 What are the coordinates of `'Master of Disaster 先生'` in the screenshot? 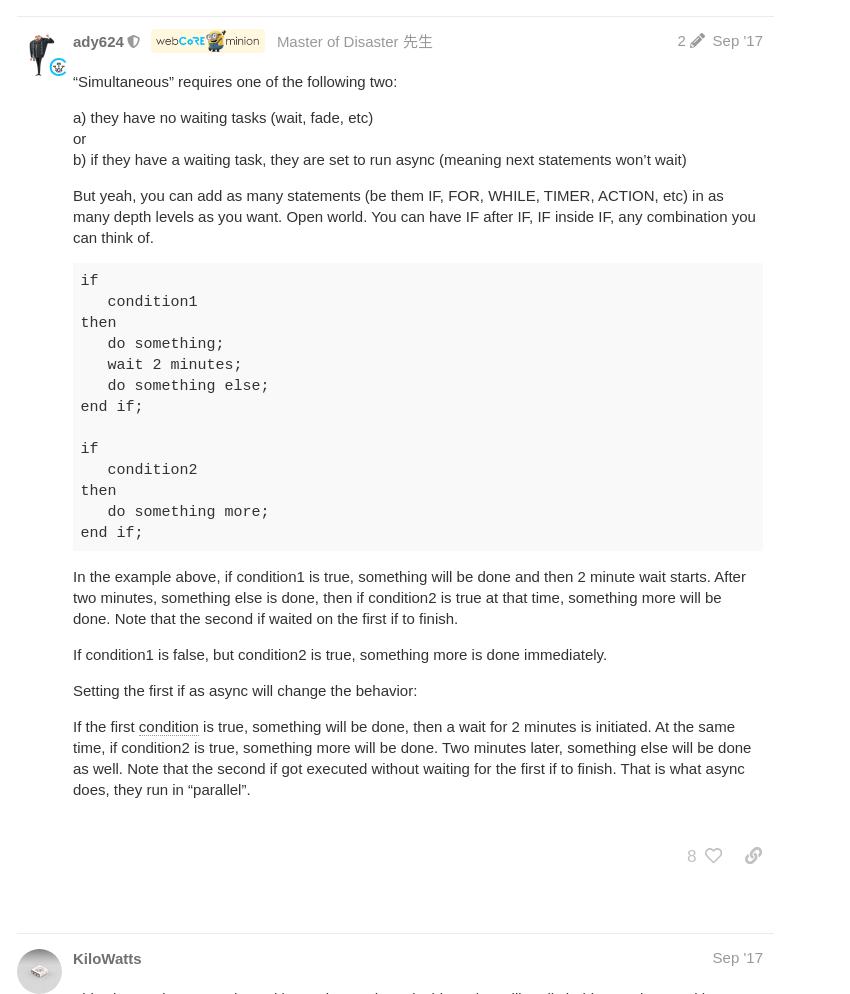 It's located at (353, 39).